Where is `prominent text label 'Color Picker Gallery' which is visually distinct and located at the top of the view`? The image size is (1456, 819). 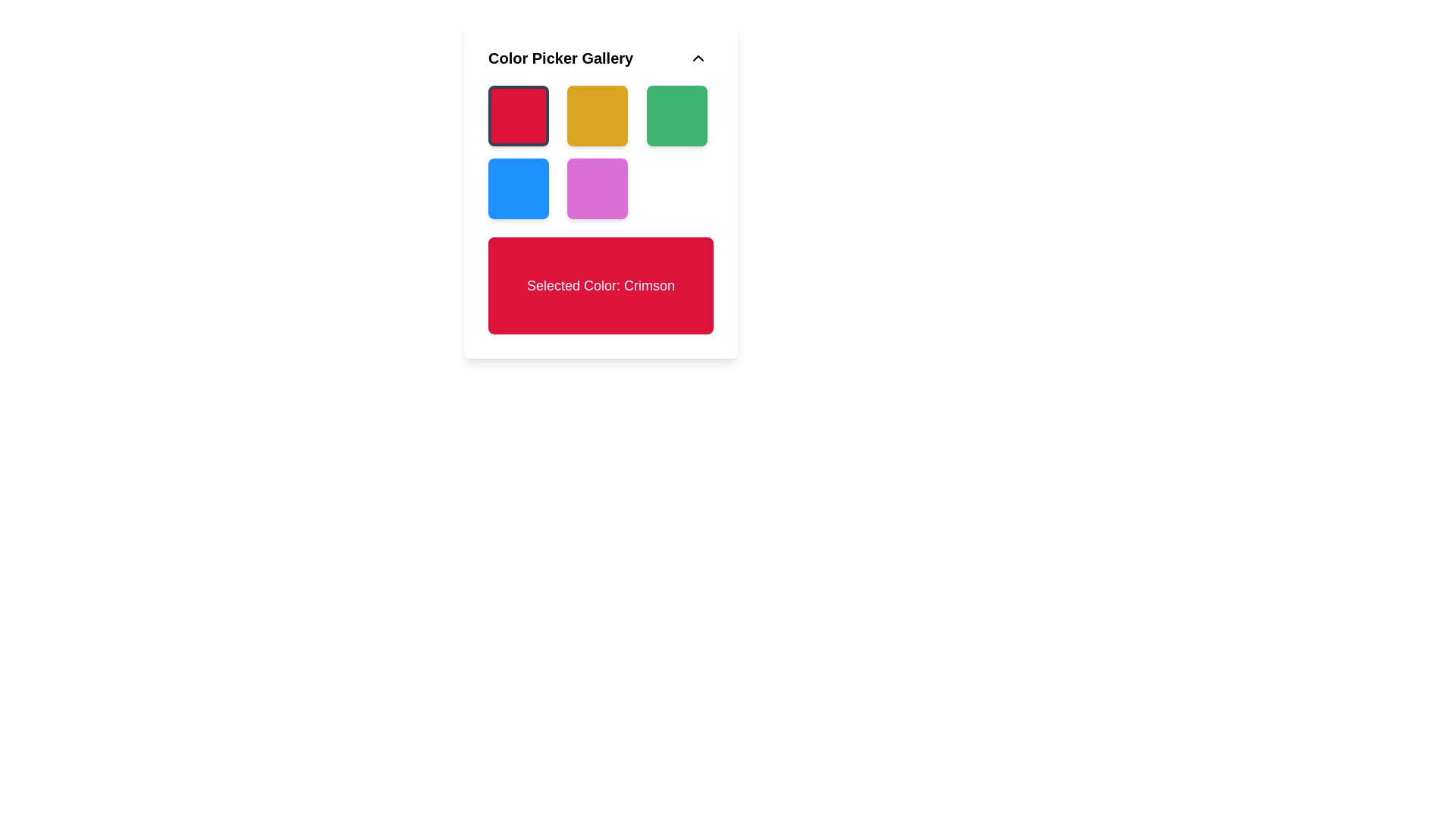
prominent text label 'Color Picker Gallery' which is visually distinct and located at the top of the view is located at coordinates (560, 58).